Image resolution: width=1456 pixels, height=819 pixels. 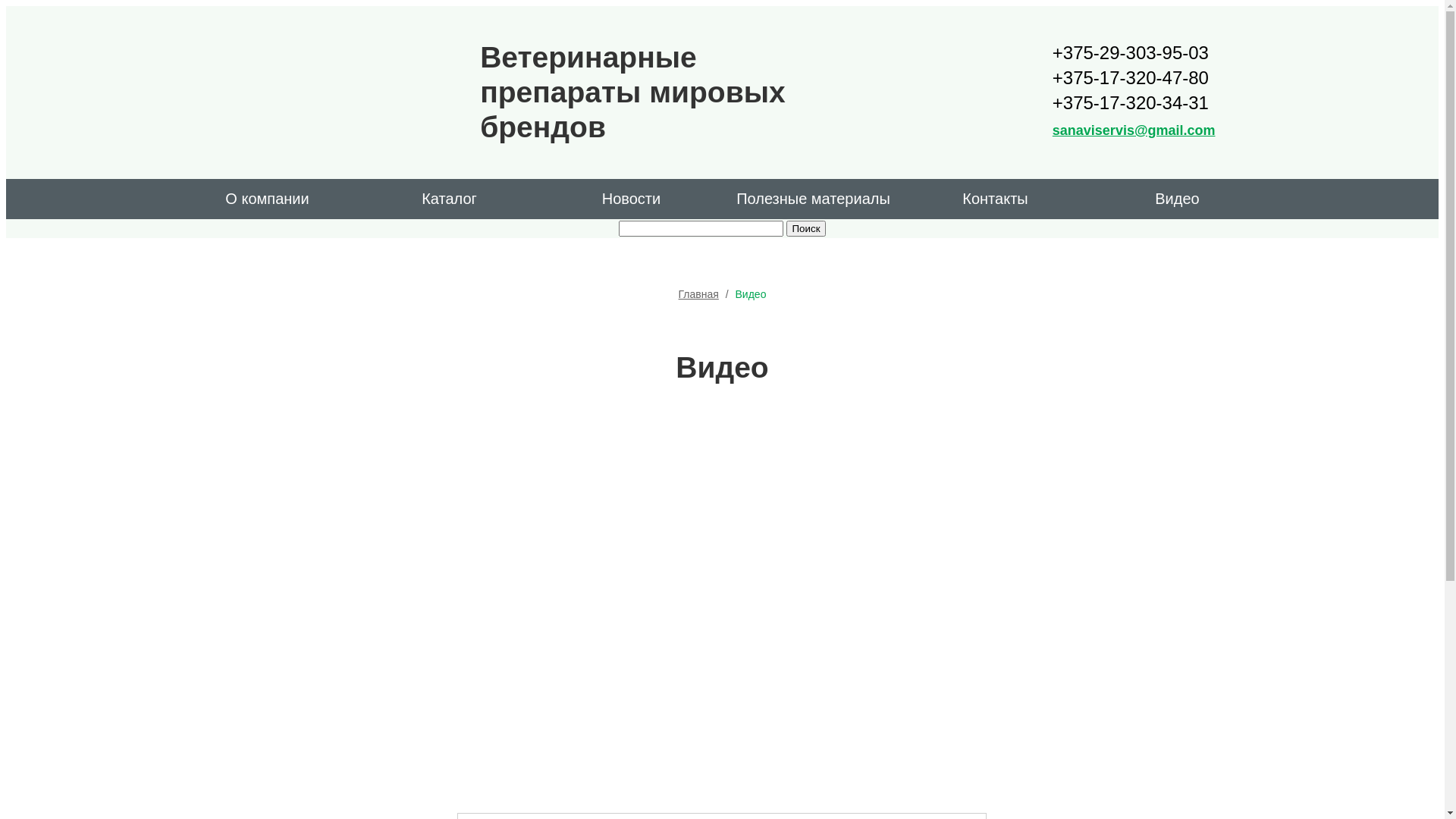 I want to click on 'sanaviservis@gmail.com', so click(x=1051, y=130).